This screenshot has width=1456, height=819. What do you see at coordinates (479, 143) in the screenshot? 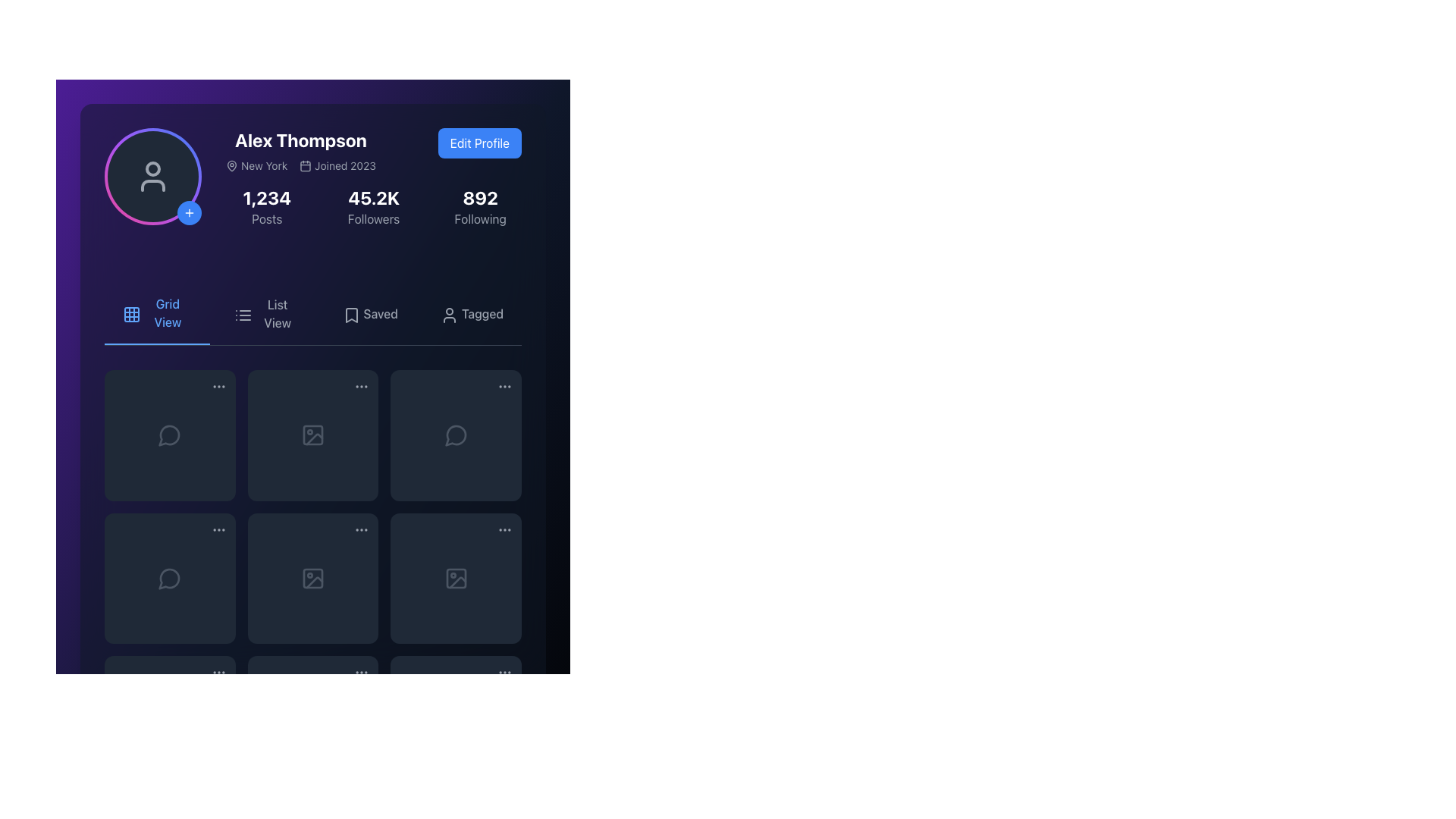
I see `the 'Edit Profile' button, which is a rectangular button with a blue background and white text, located at the top-right side of a header block` at bounding box center [479, 143].